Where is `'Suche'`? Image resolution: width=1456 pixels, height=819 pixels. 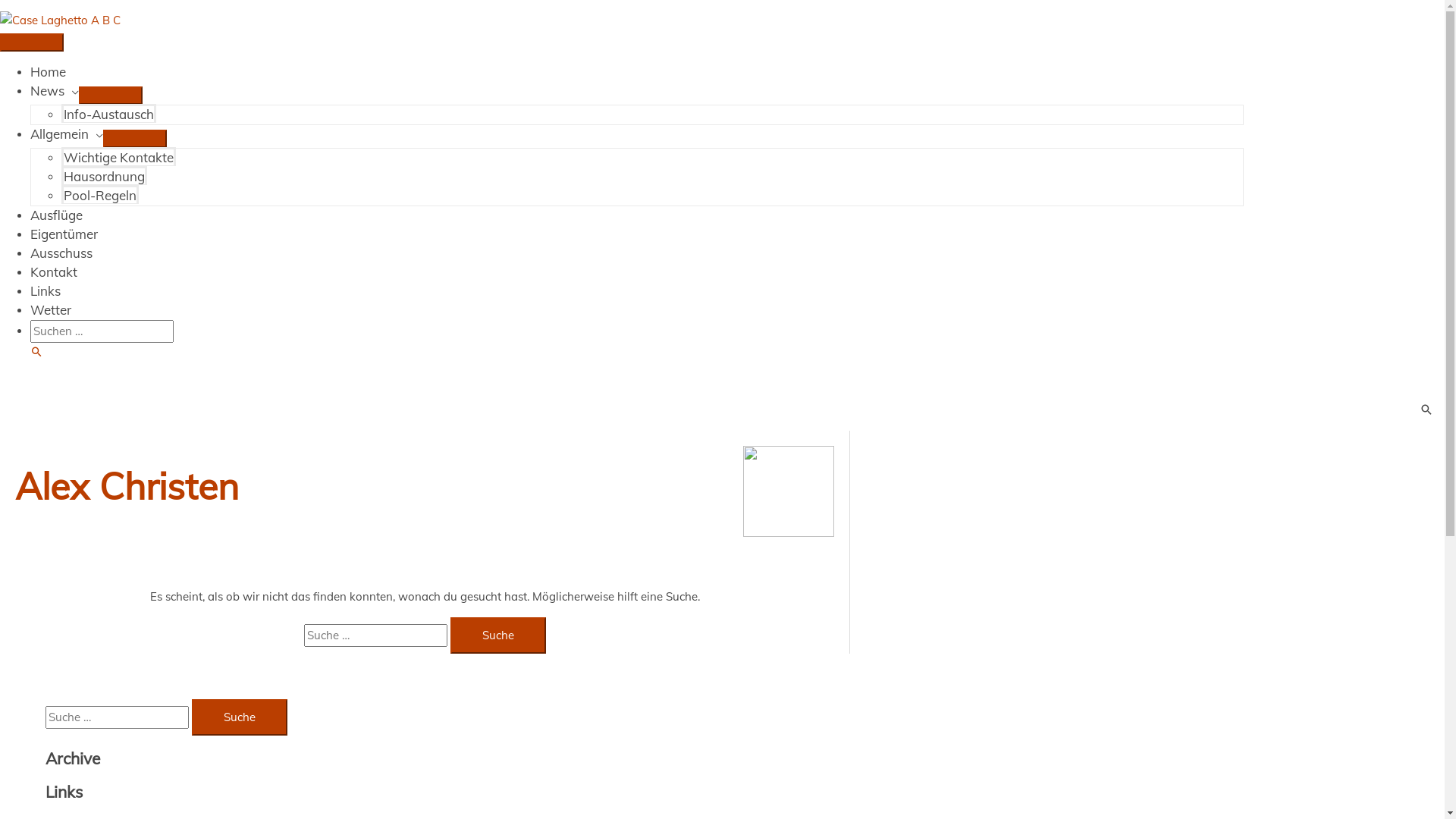 'Suche' is located at coordinates (498, 635).